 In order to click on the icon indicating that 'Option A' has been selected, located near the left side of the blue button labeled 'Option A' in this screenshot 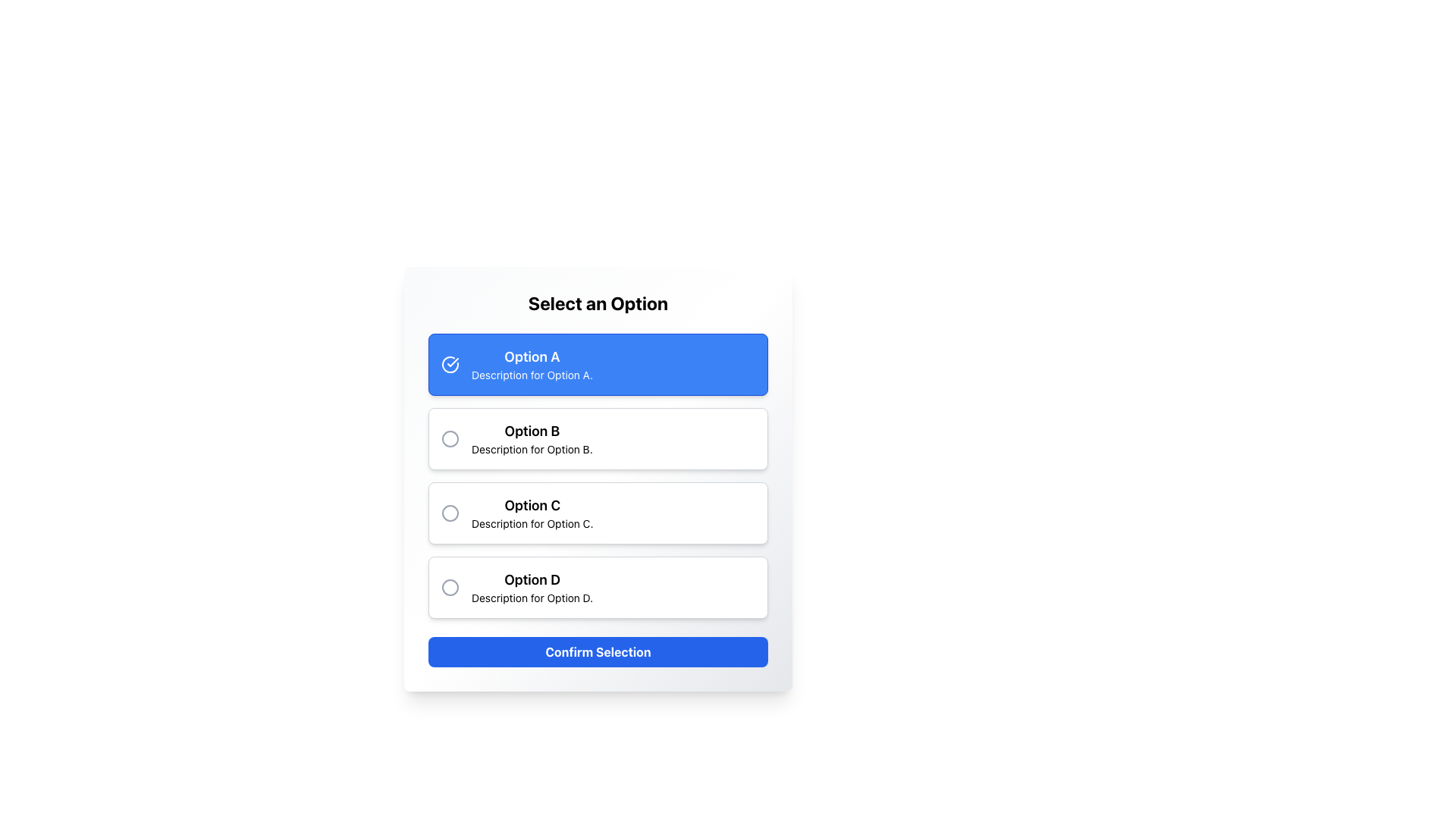, I will do `click(450, 365)`.